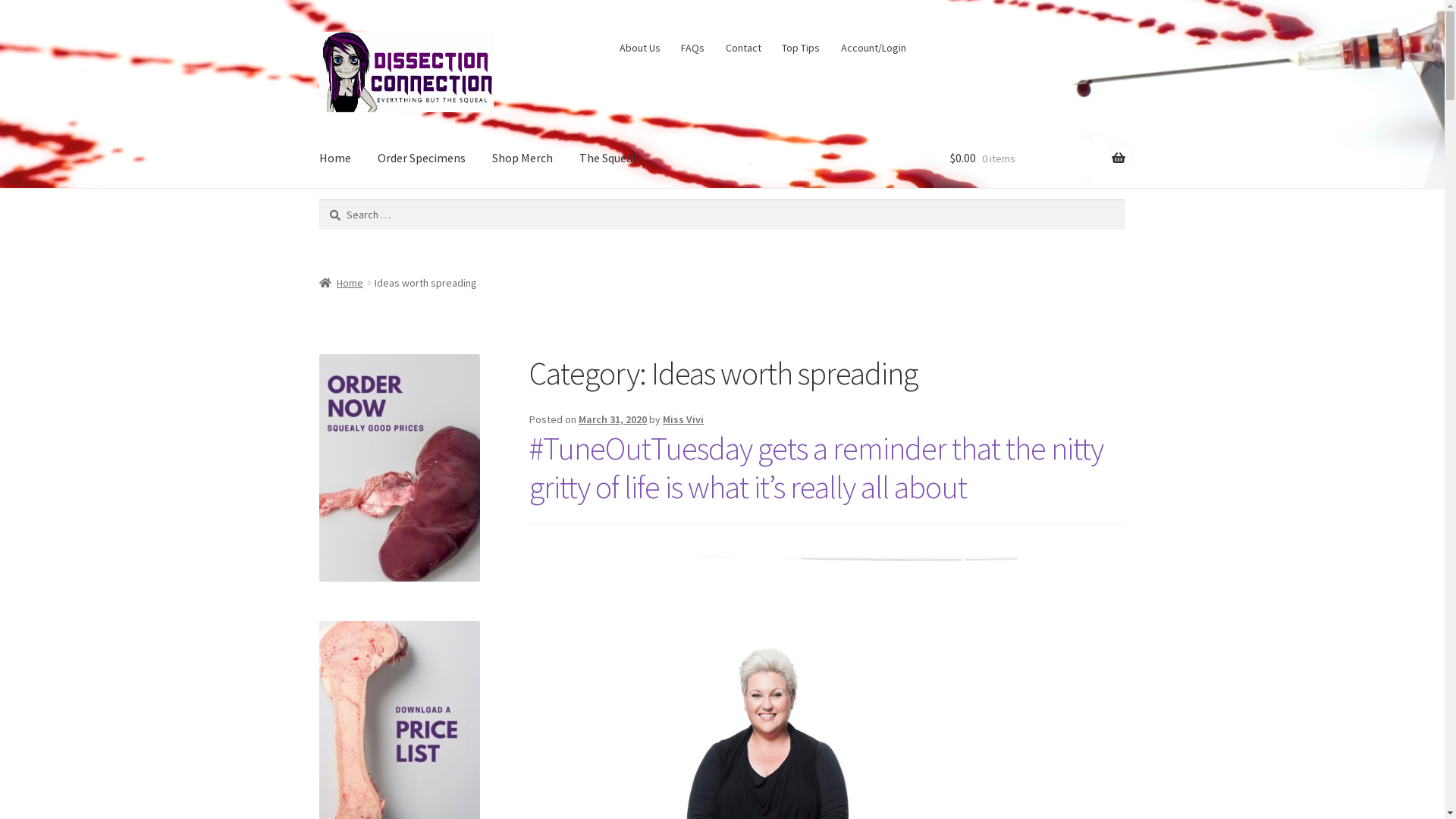 This screenshot has width=1456, height=819. What do you see at coordinates (340, 283) in the screenshot?
I see `'Home'` at bounding box center [340, 283].